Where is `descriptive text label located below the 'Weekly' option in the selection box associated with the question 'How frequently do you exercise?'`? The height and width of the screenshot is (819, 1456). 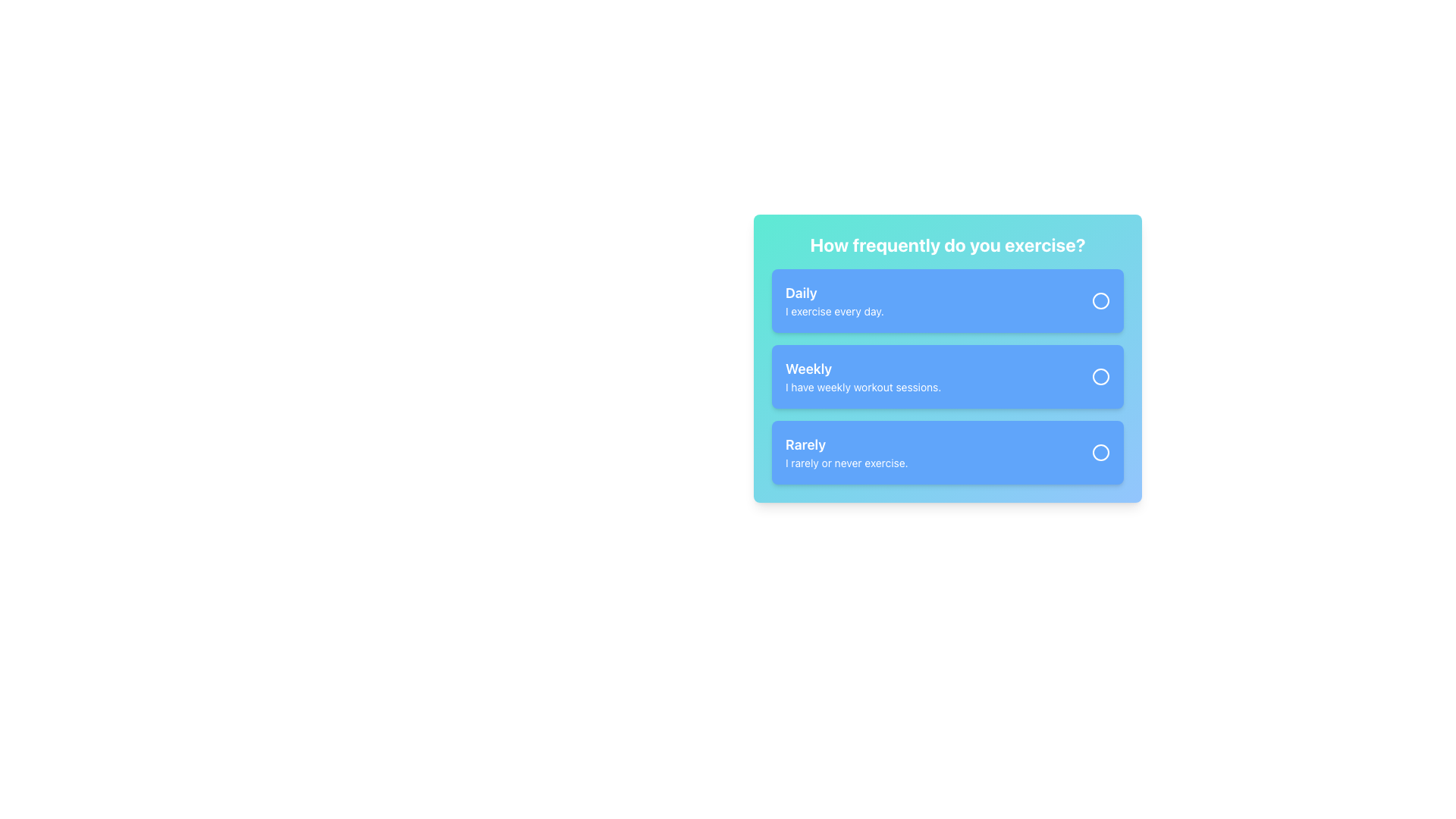
descriptive text label located below the 'Weekly' option in the selection box associated with the question 'How frequently do you exercise?' is located at coordinates (863, 386).